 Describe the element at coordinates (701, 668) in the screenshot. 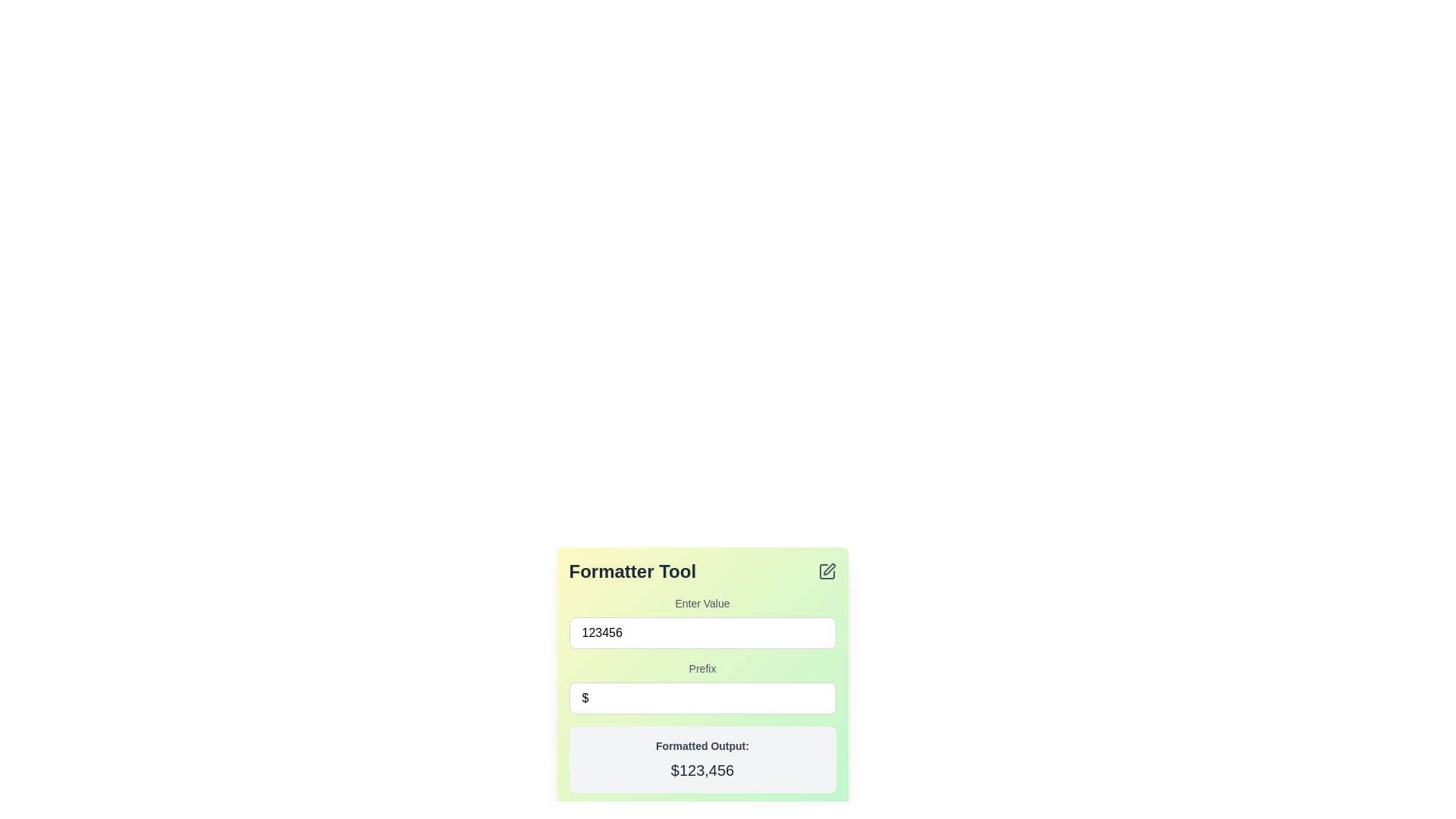

I see `the text label displaying 'Prefix', which is styled with small, gray-colored text and medium-weight font, located above the 'prefixInput' text field` at that location.